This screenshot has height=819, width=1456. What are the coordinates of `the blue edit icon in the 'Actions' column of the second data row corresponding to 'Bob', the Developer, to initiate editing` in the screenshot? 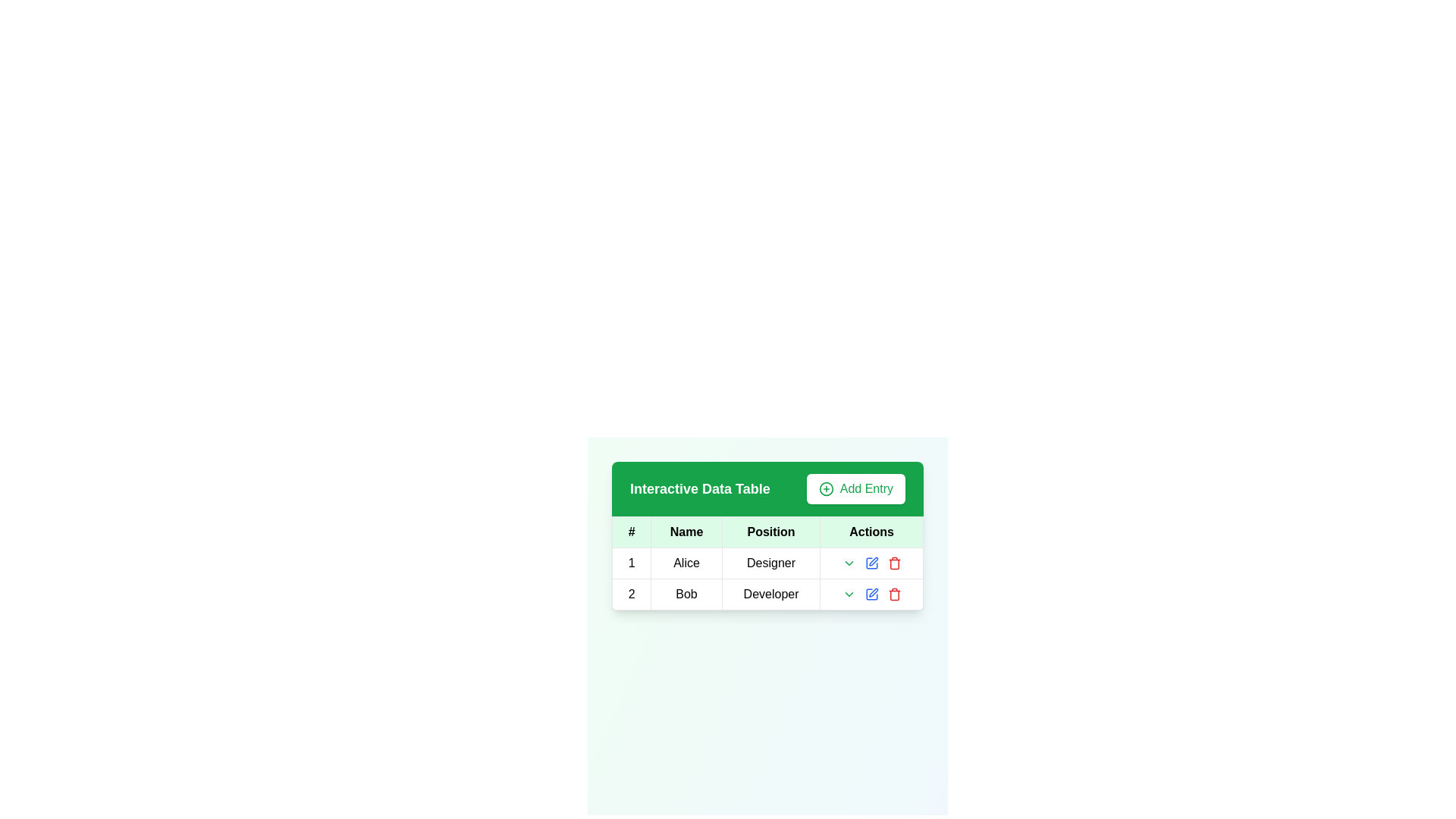 It's located at (871, 593).